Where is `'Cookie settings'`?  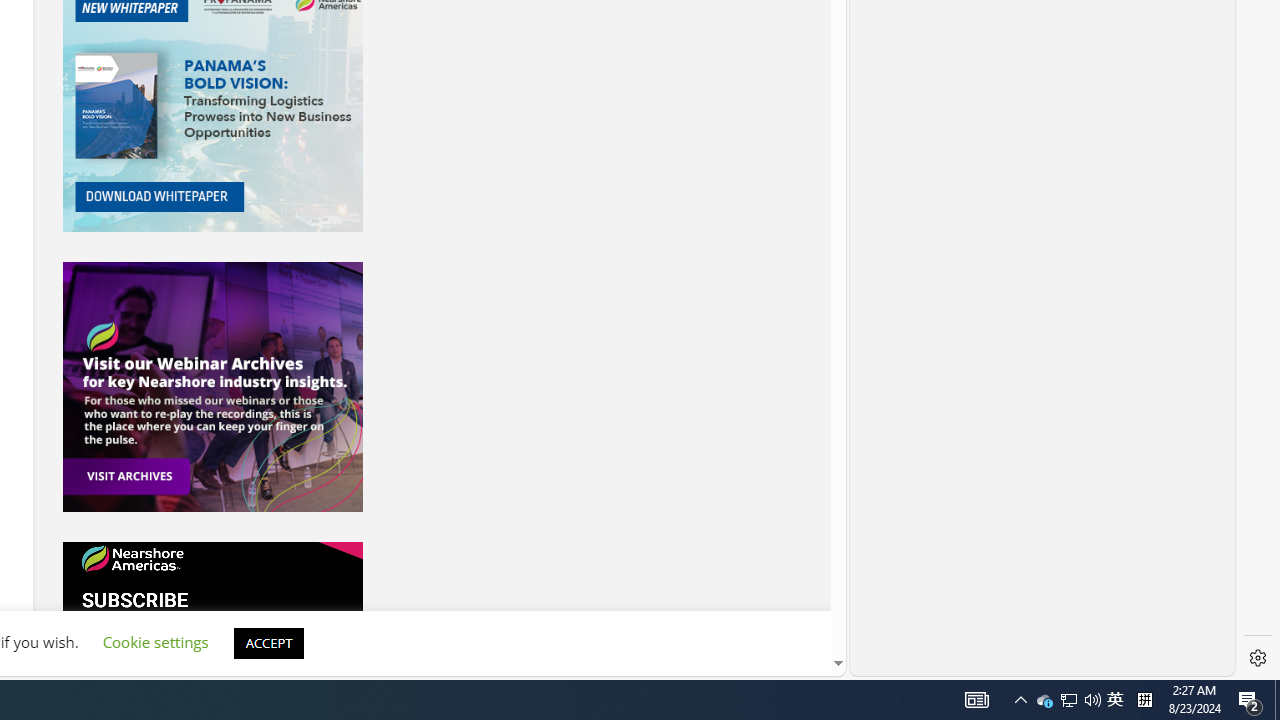 'Cookie settings' is located at coordinates (154, 642).